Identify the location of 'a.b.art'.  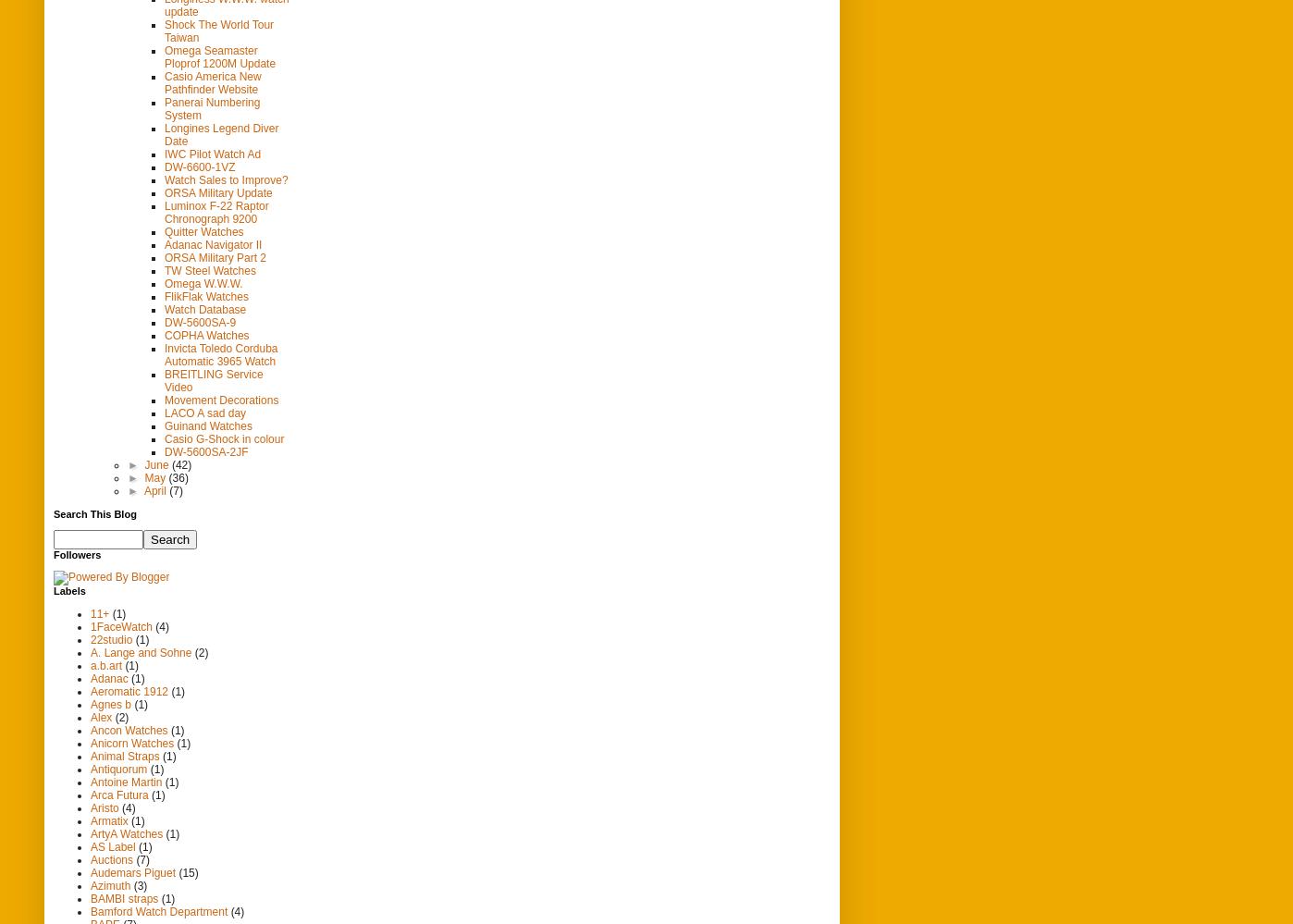
(106, 664).